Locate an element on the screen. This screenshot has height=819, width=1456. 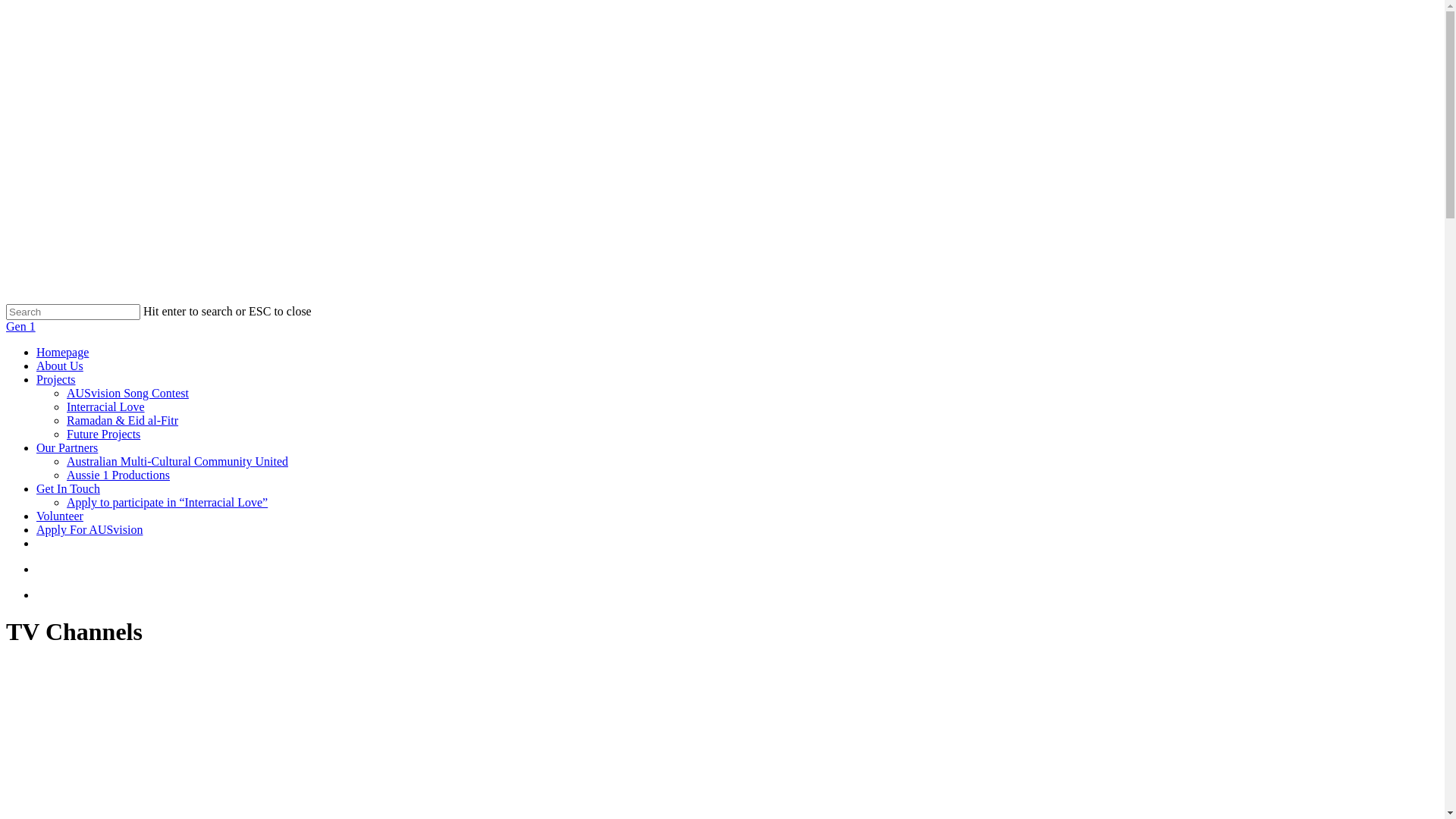
'Homepage' is located at coordinates (61, 352).